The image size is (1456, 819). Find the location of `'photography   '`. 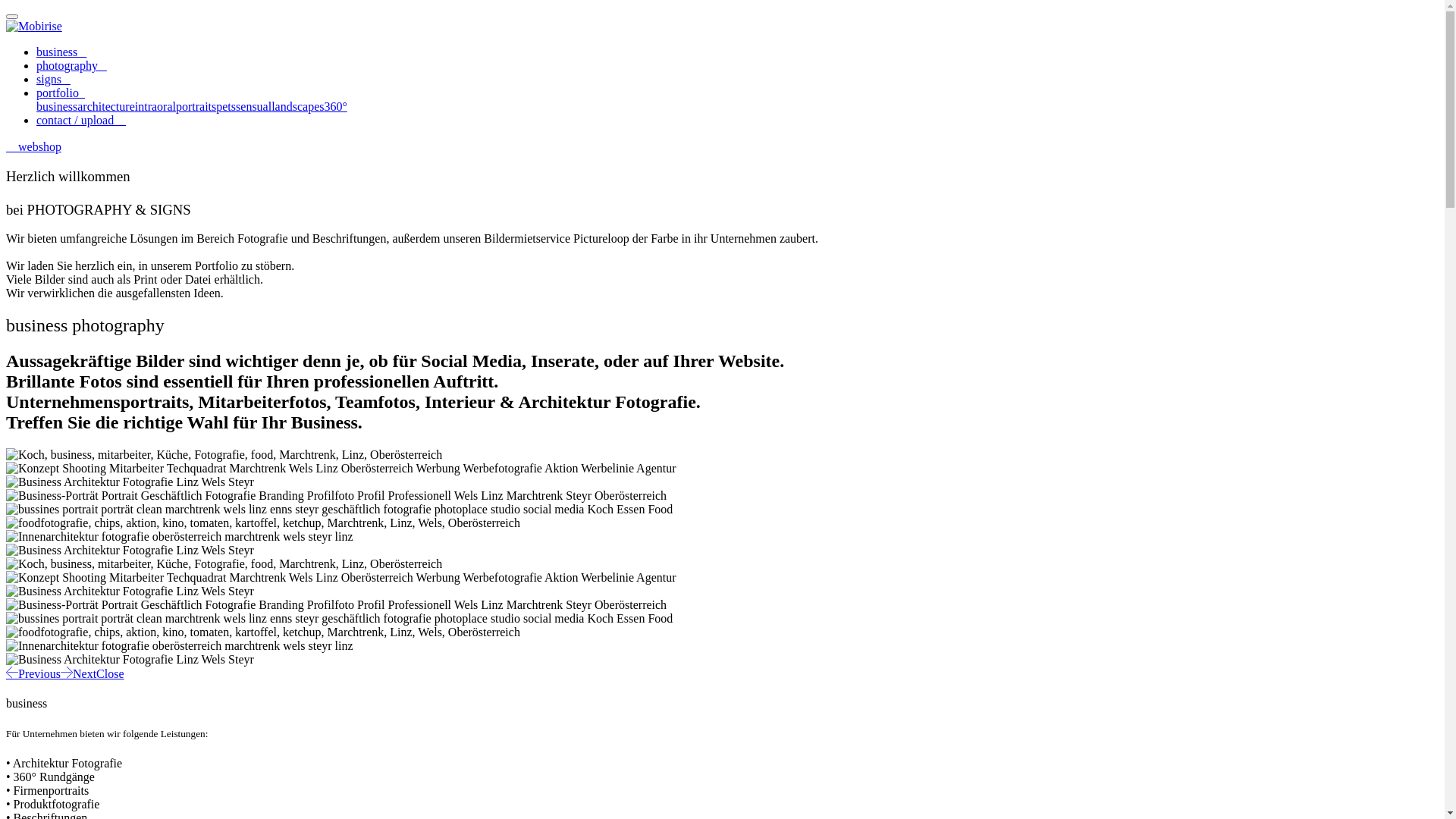

'photography   ' is located at coordinates (71, 64).